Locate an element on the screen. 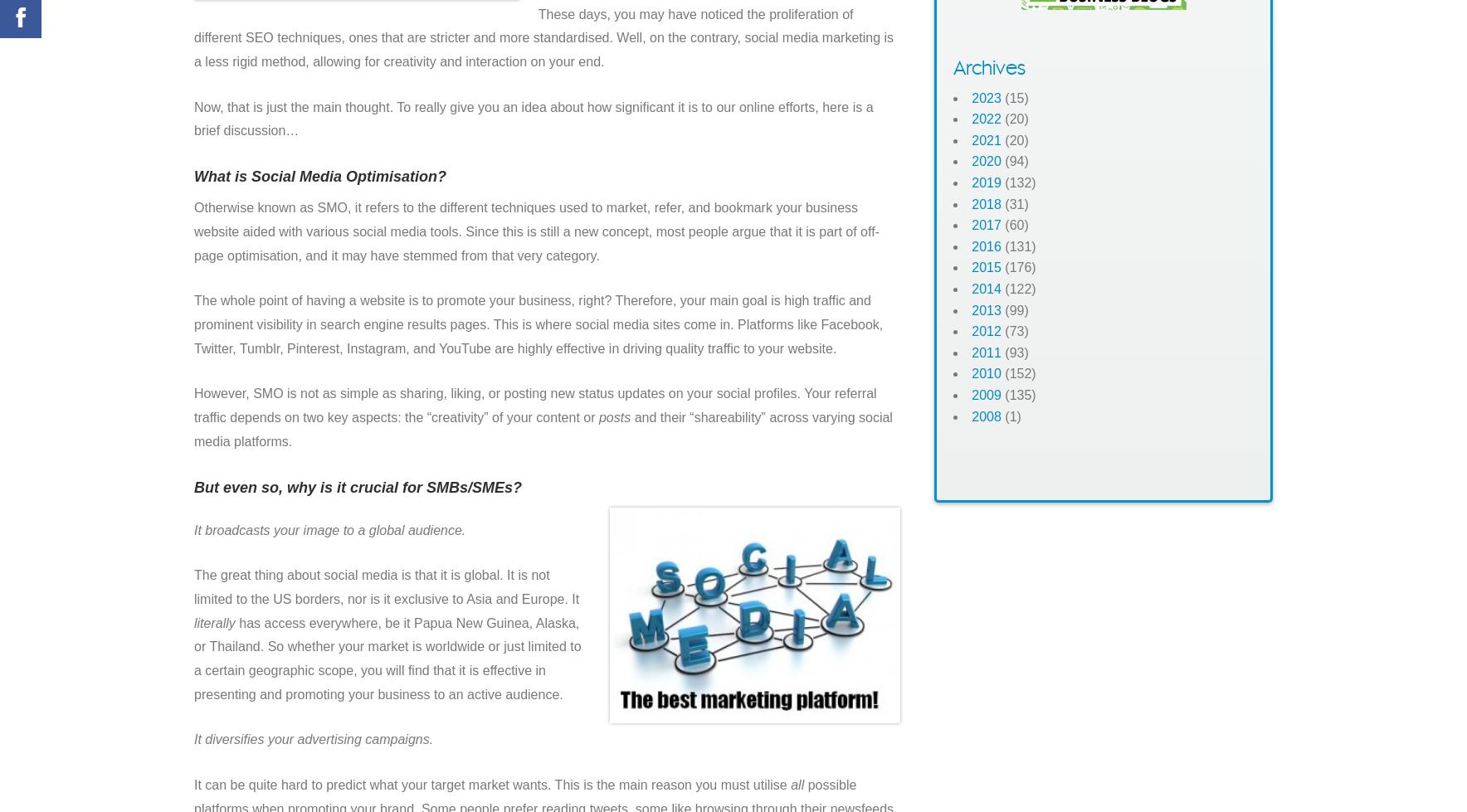 The image size is (1467, 812). '(122)' is located at coordinates (1017, 288).